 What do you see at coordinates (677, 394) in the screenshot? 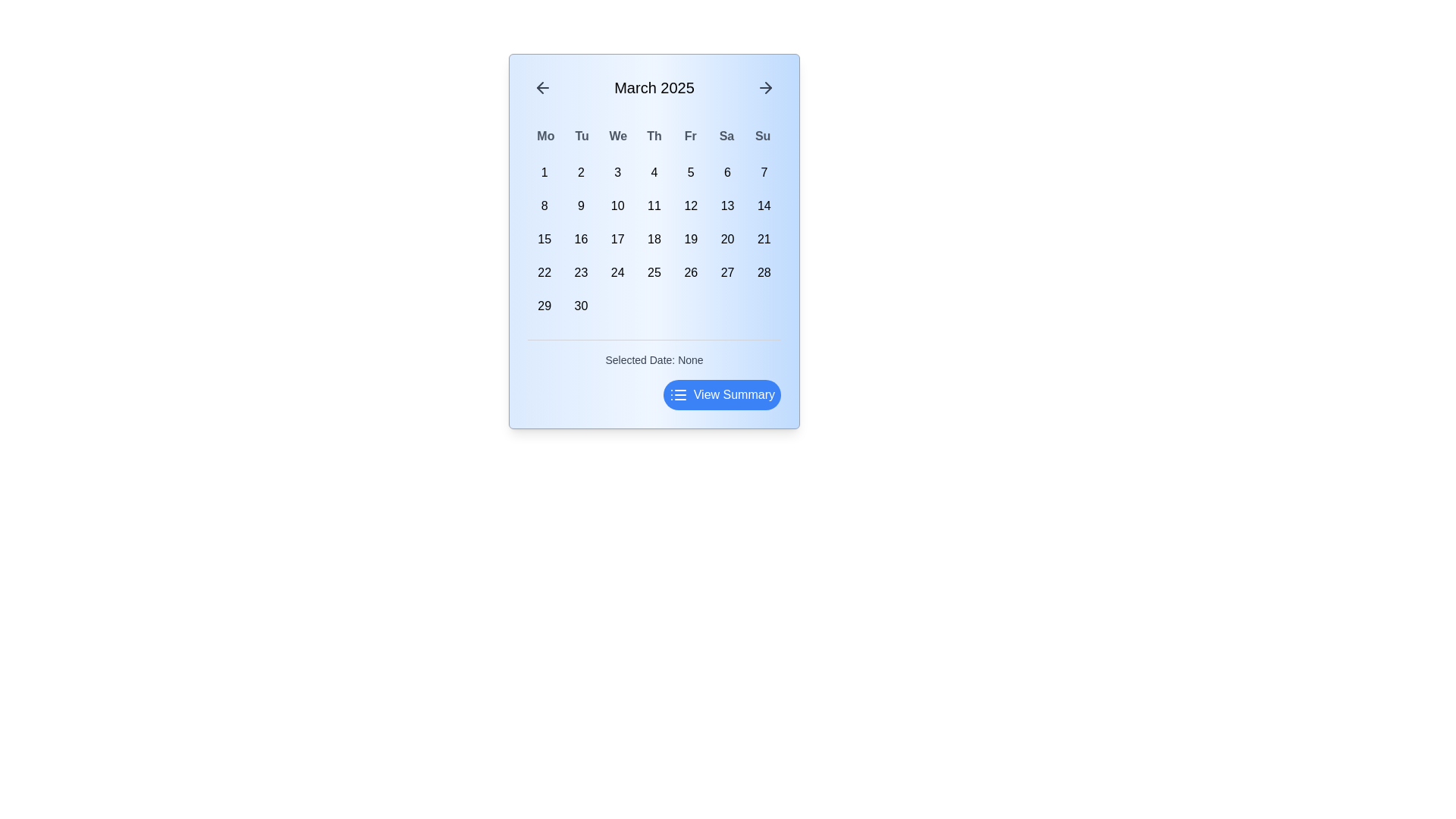
I see `the summary icon located to the left of the 'View Summary' button at the bottom-right of the main calendar interface` at bounding box center [677, 394].